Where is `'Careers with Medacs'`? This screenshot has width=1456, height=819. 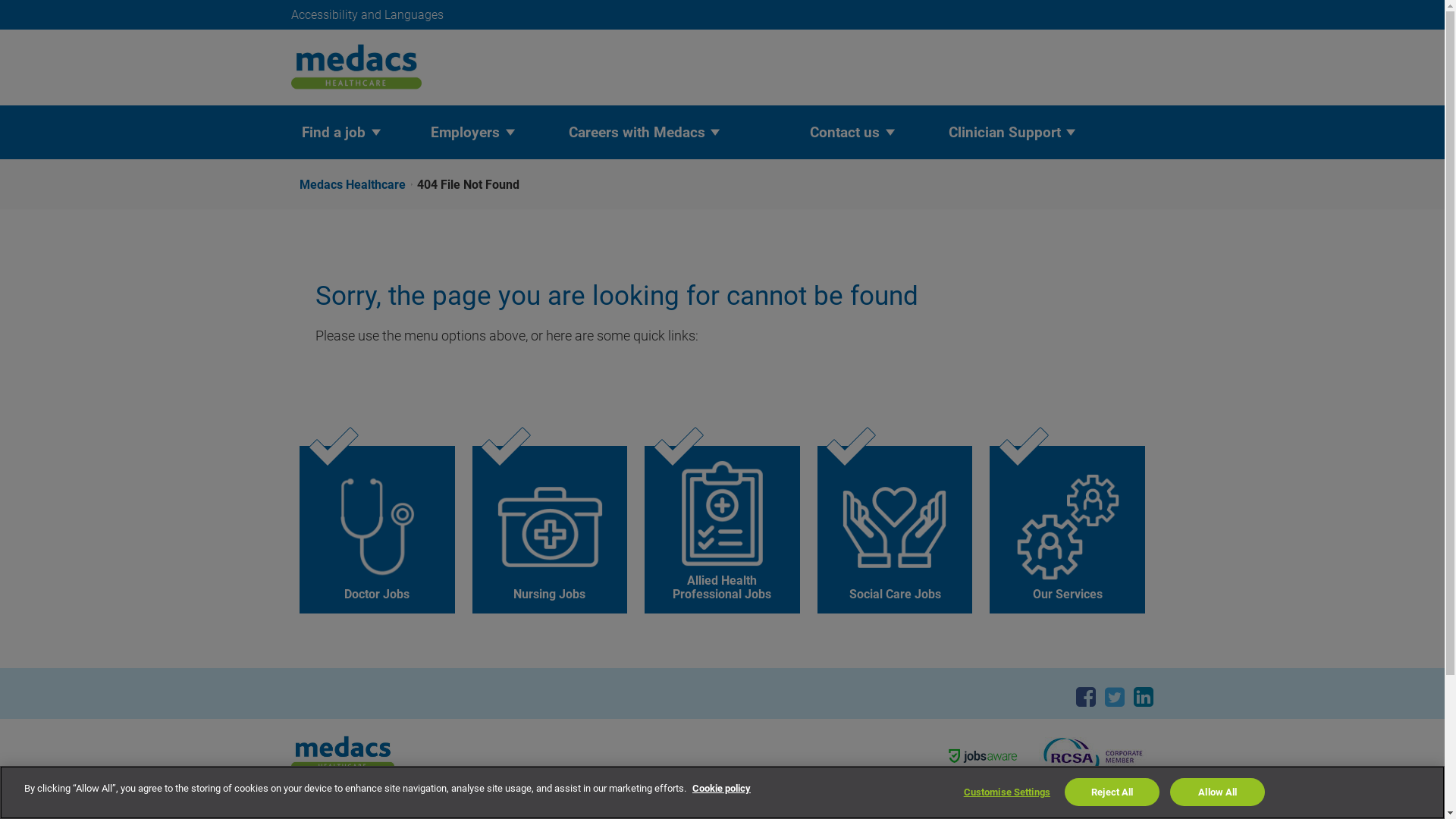 'Careers with Medacs' is located at coordinates (635, 131).